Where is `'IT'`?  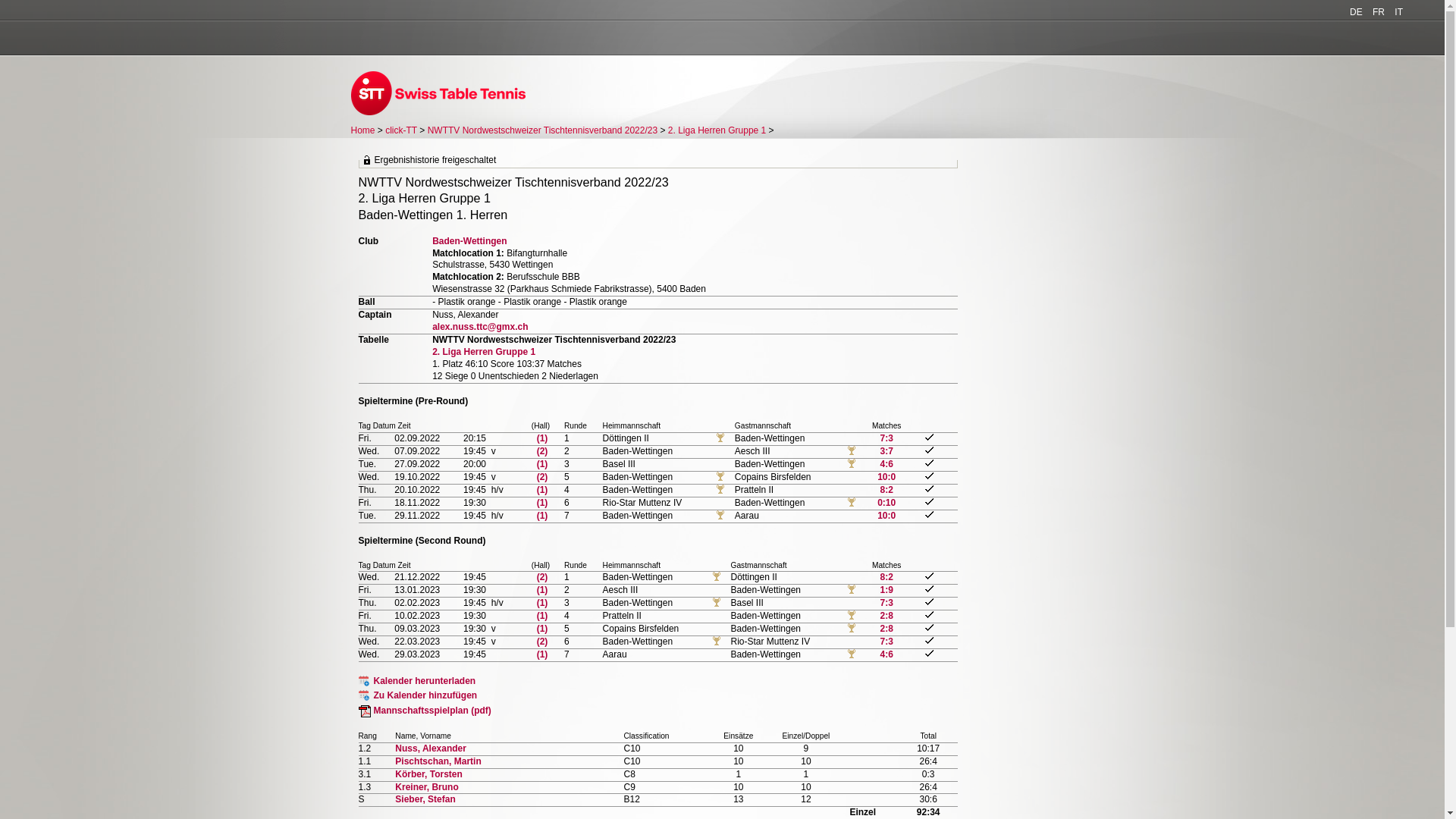 'IT' is located at coordinates (1398, 11).